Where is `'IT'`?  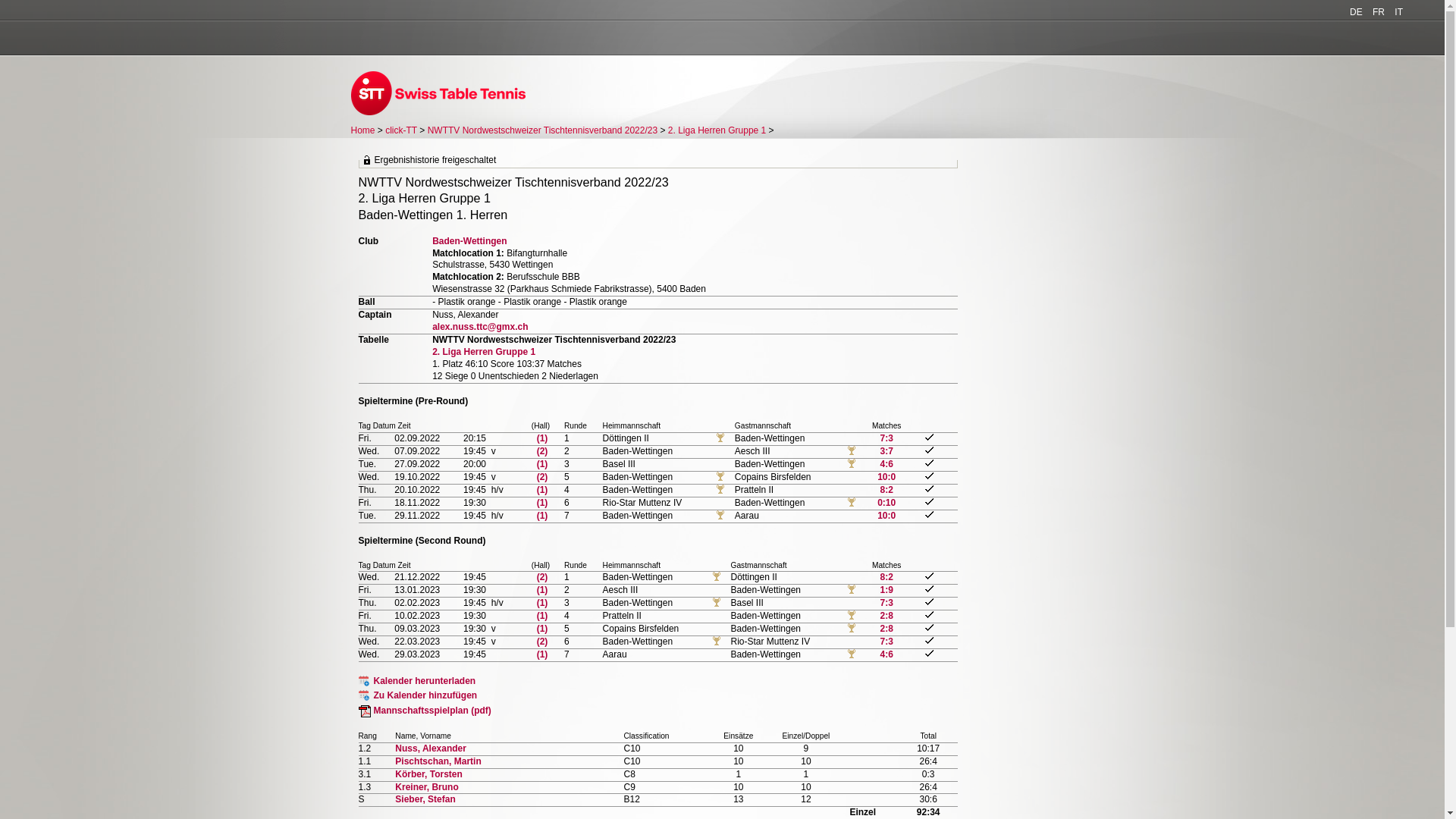 'IT' is located at coordinates (1398, 11).